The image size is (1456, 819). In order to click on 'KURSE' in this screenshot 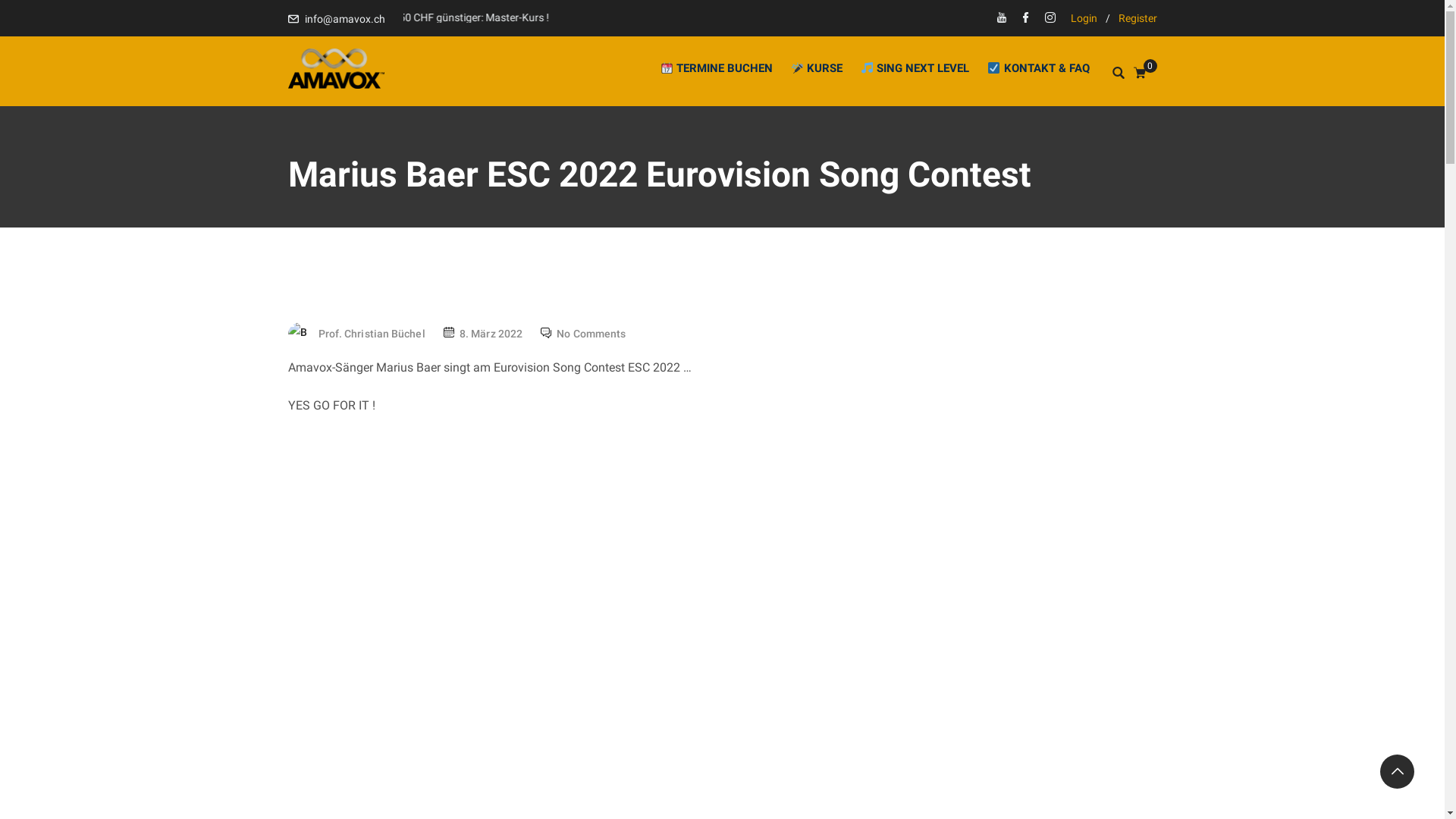, I will do `click(783, 67)`.